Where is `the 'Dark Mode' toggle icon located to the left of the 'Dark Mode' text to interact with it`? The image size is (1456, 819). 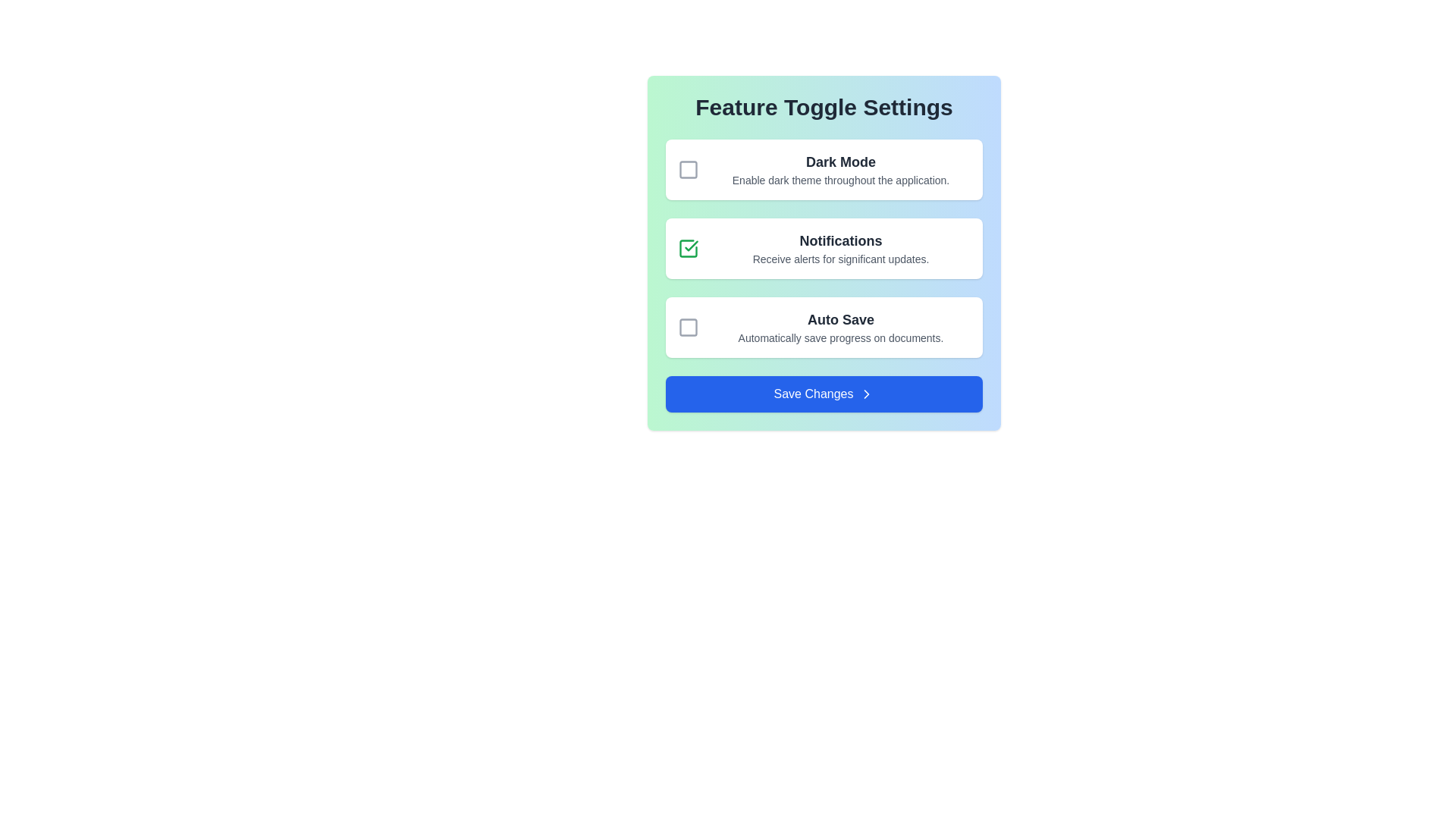 the 'Dark Mode' toggle icon located to the left of the 'Dark Mode' text to interact with it is located at coordinates (687, 169).